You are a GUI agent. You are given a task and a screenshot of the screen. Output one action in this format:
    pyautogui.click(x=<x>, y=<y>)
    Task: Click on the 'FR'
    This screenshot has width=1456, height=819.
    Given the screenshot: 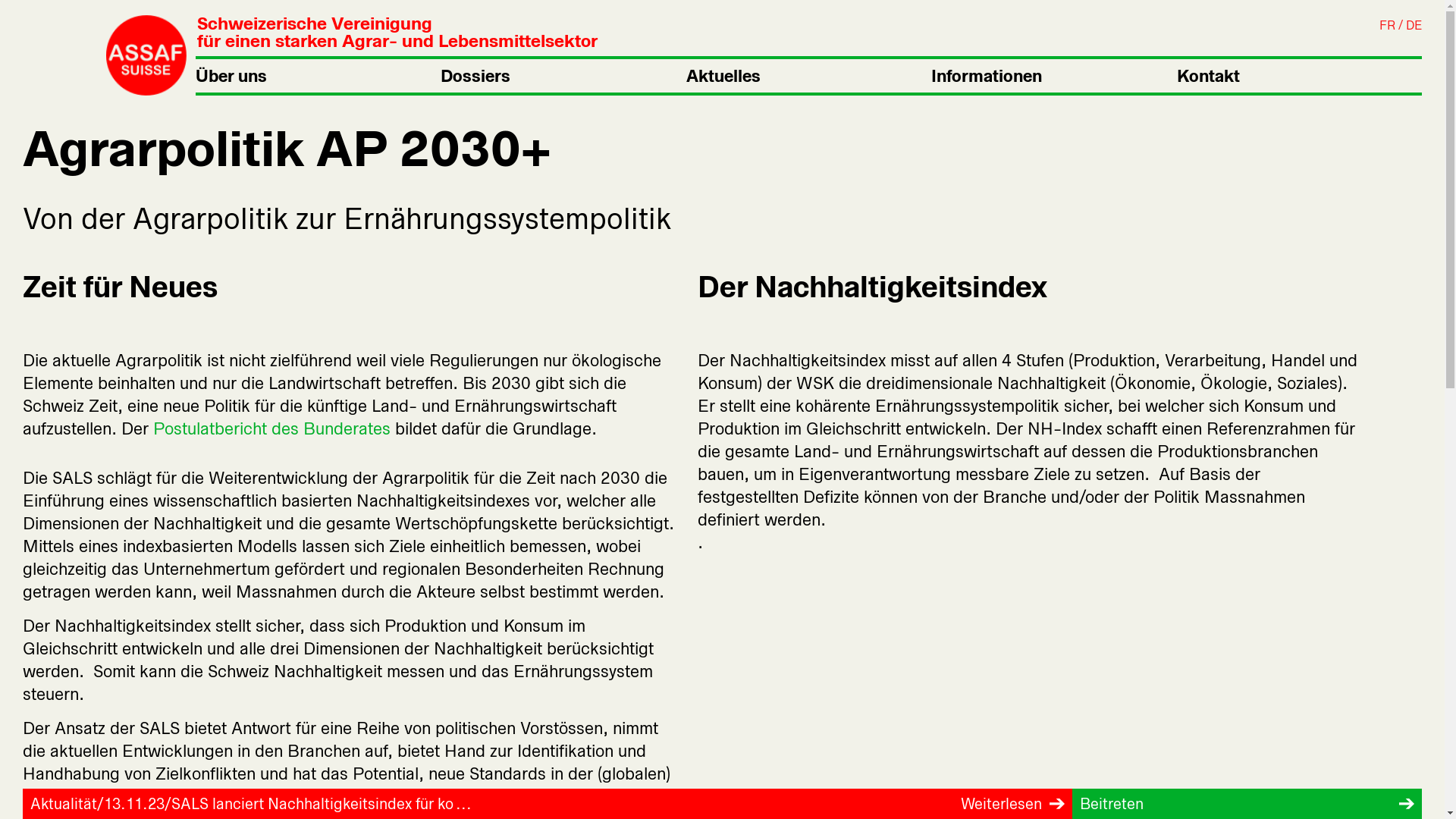 What is the action you would take?
    pyautogui.click(x=1387, y=25)
    